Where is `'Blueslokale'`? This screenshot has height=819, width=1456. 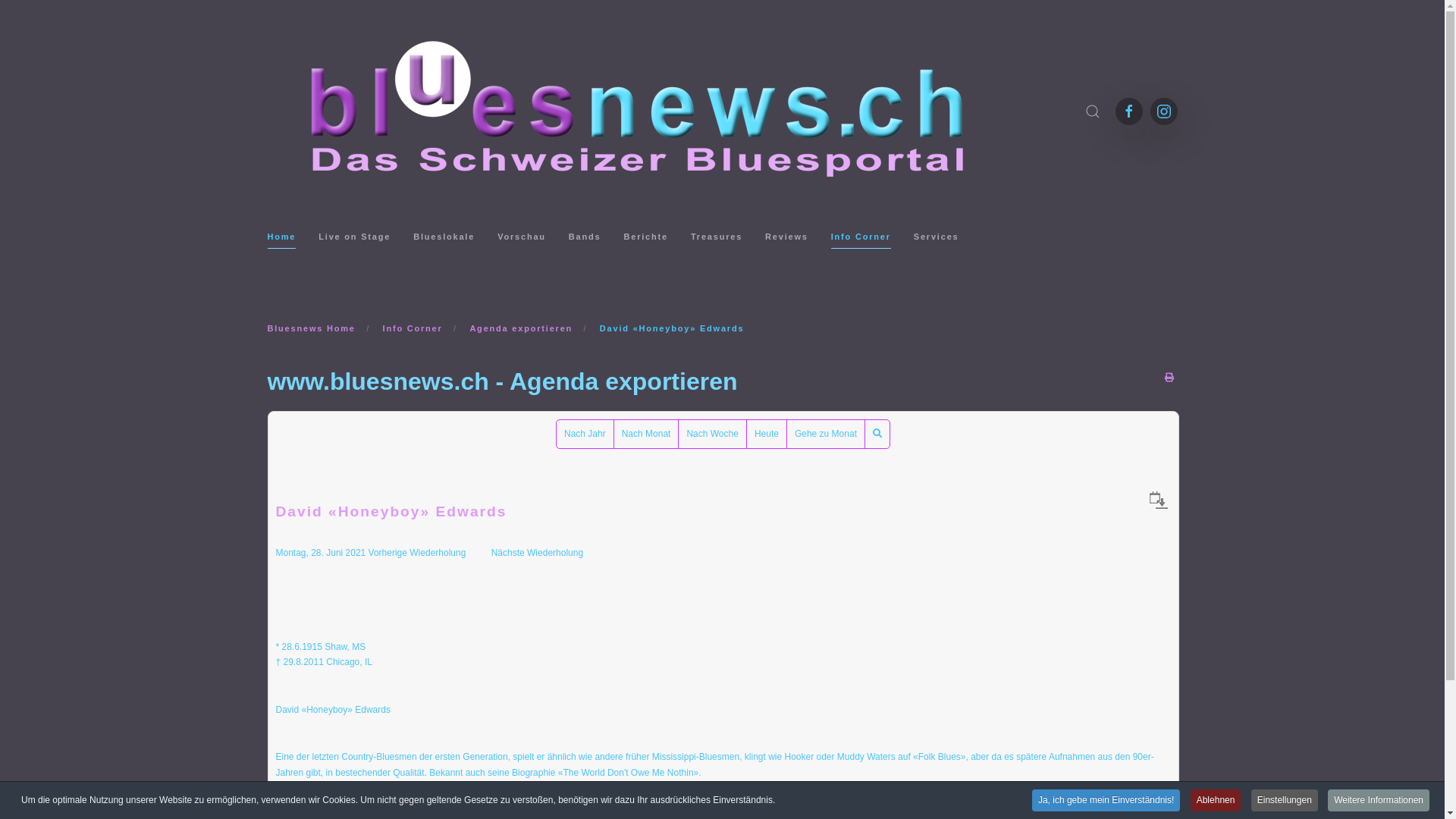 'Blueslokale' is located at coordinates (443, 237).